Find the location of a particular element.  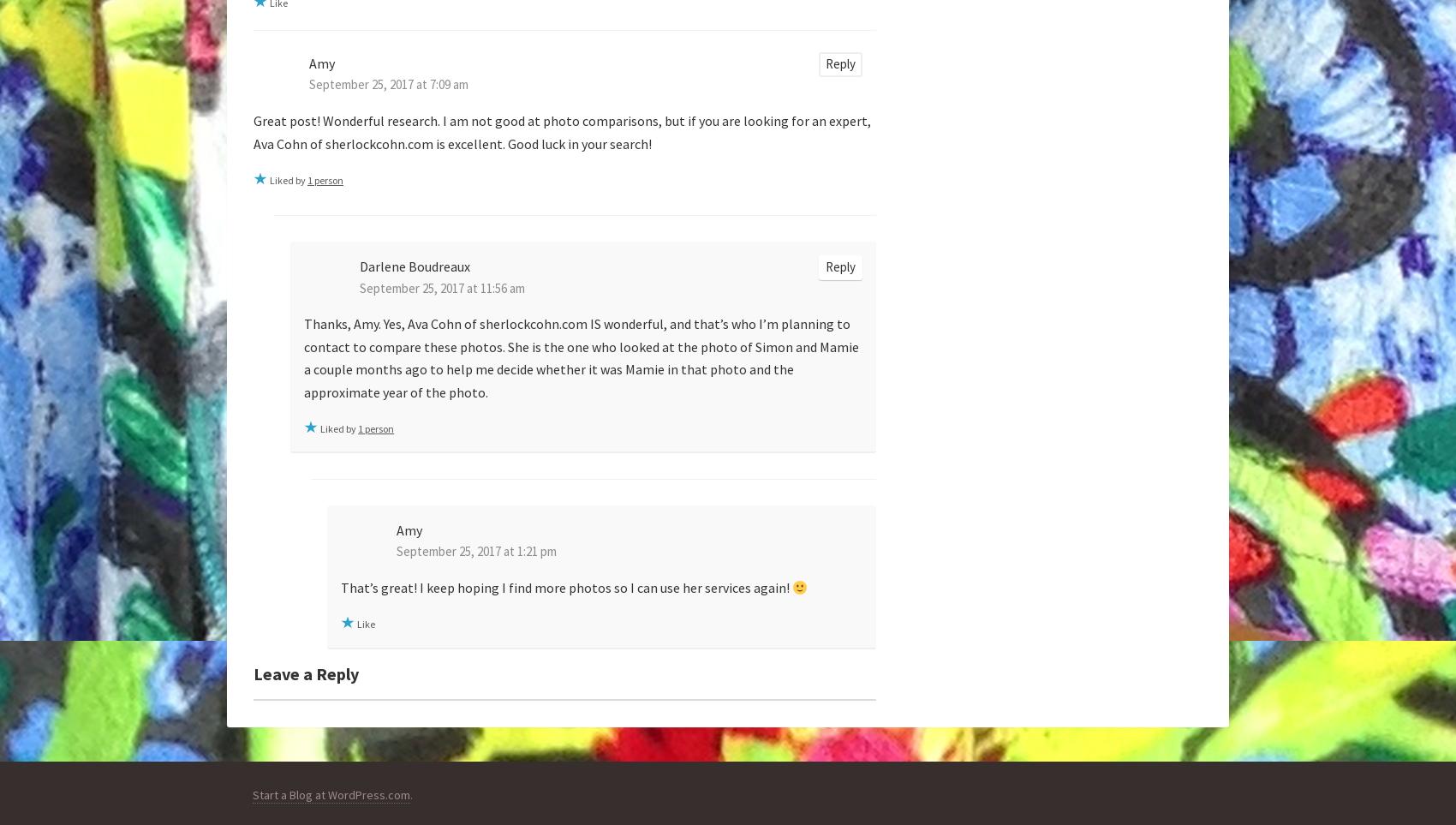

'Leave a Reply' is located at coordinates (305, 673).